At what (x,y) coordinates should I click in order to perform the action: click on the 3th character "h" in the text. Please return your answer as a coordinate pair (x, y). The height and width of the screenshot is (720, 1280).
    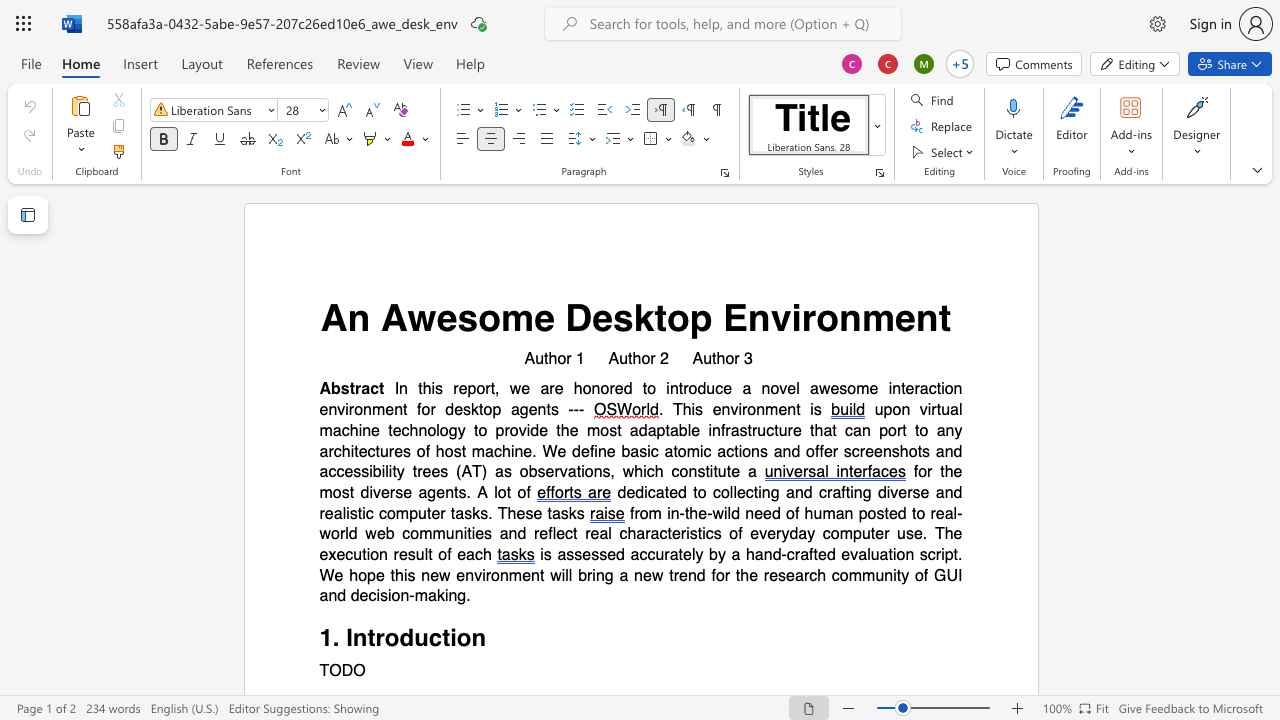
    Looking at the image, I should click on (630, 533).